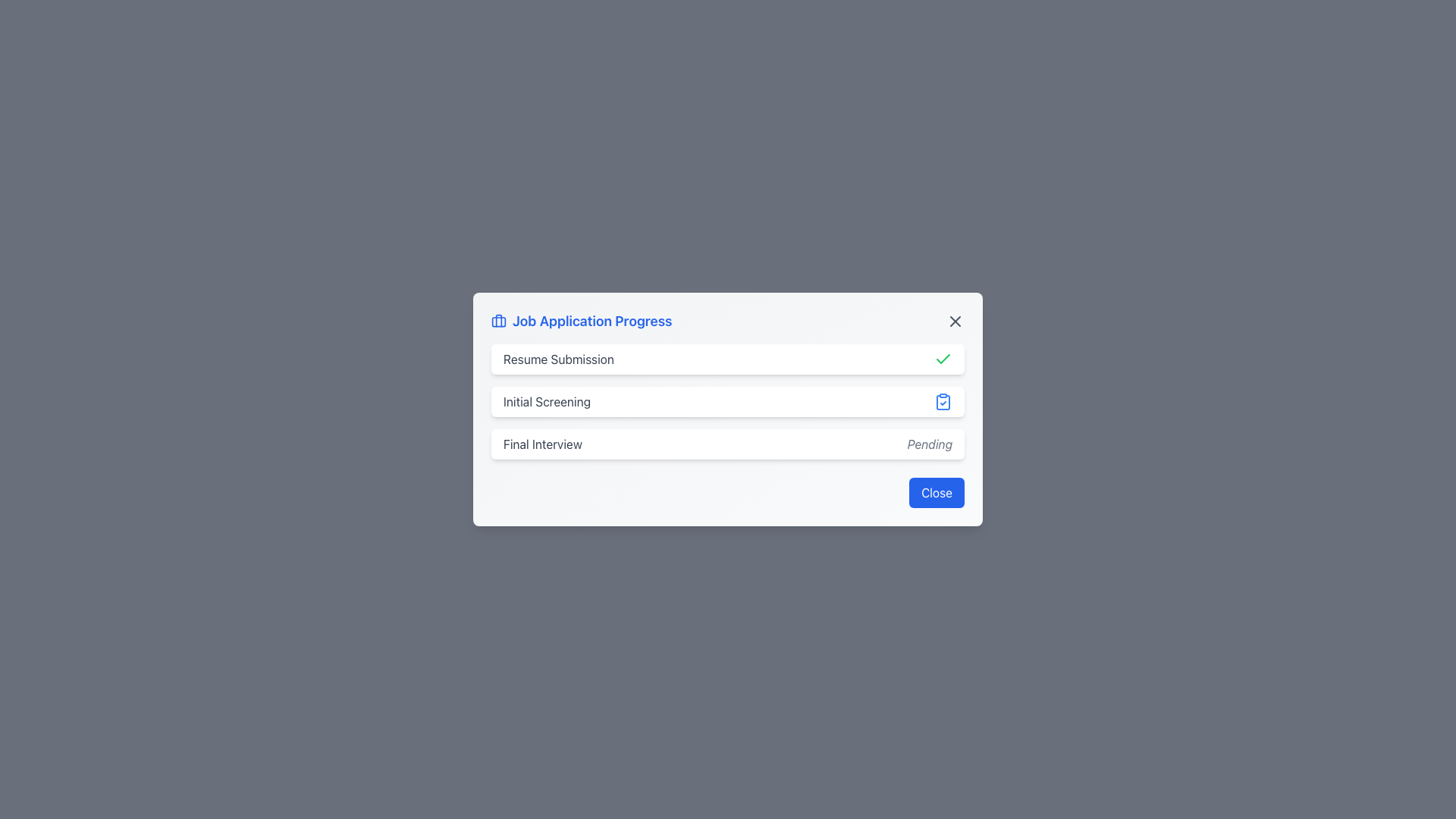 The image size is (1456, 819). I want to click on the close button in the bottom-right area of the 'Job Application Progress' dialog, so click(936, 493).